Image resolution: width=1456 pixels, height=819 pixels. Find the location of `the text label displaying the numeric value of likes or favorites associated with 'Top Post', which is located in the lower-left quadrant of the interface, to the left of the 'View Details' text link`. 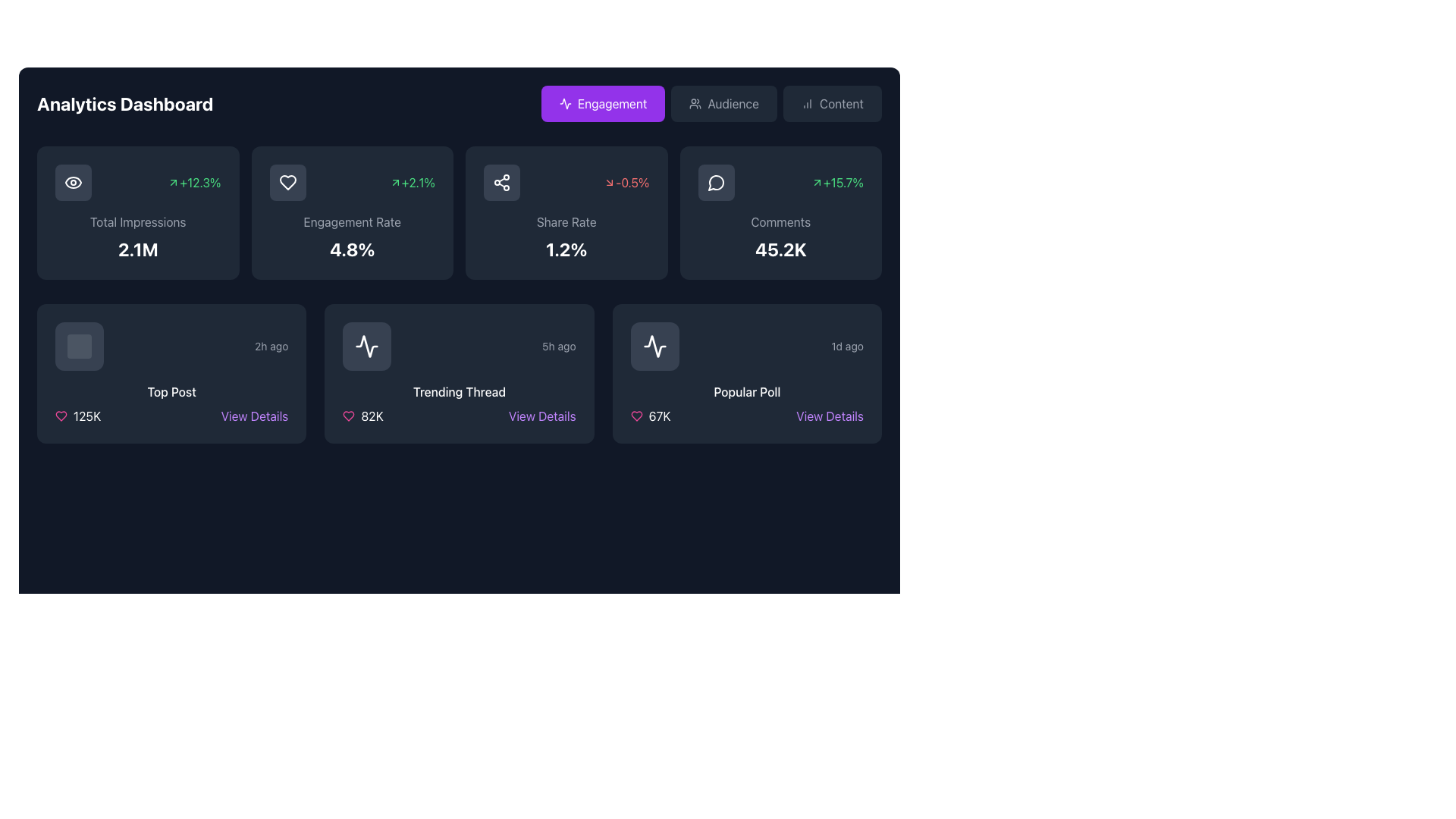

the text label displaying the numeric value of likes or favorites associated with 'Top Post', which is located in the lower-left quadrant of the interface, to the left of the 'View Details' text link is located at coordinates (77, 416).